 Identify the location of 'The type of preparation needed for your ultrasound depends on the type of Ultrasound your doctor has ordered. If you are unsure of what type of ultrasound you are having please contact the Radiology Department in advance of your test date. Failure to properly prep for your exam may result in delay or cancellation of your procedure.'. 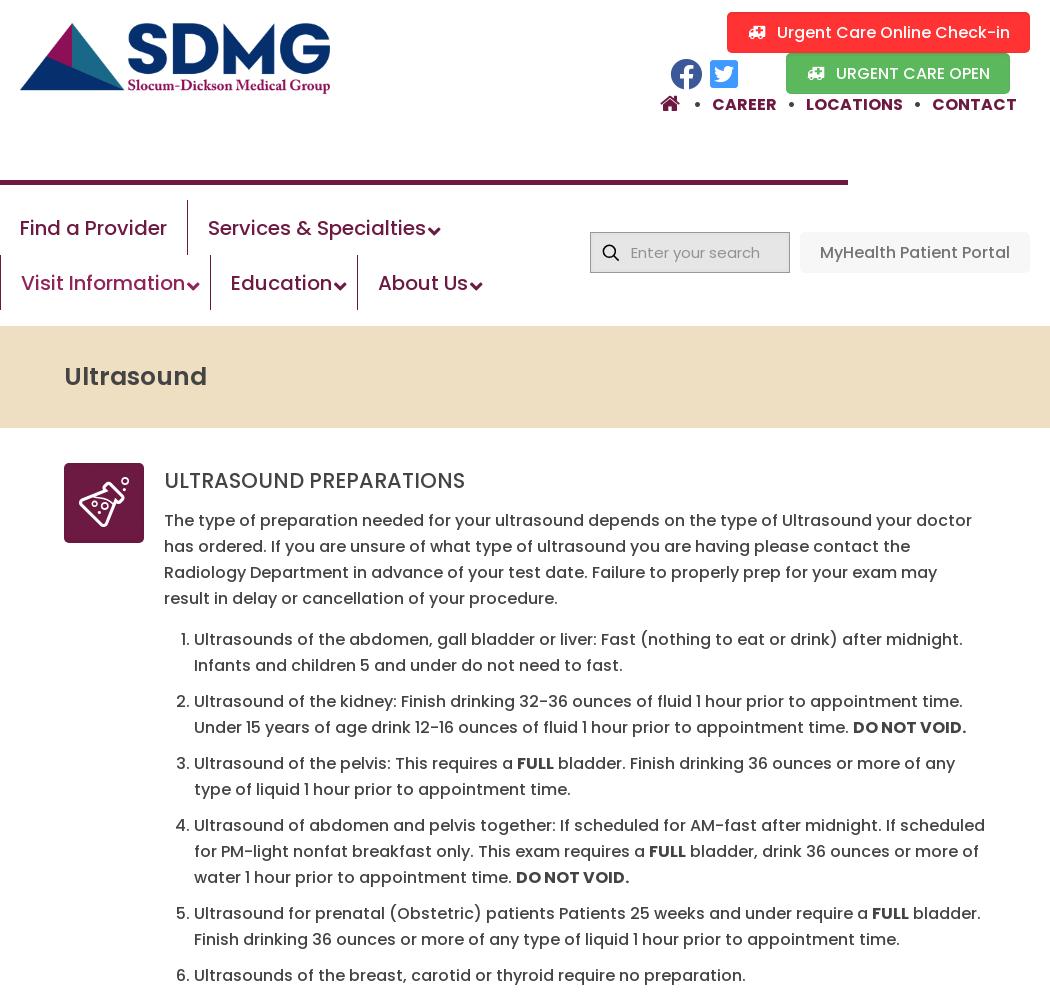
(567, 559).